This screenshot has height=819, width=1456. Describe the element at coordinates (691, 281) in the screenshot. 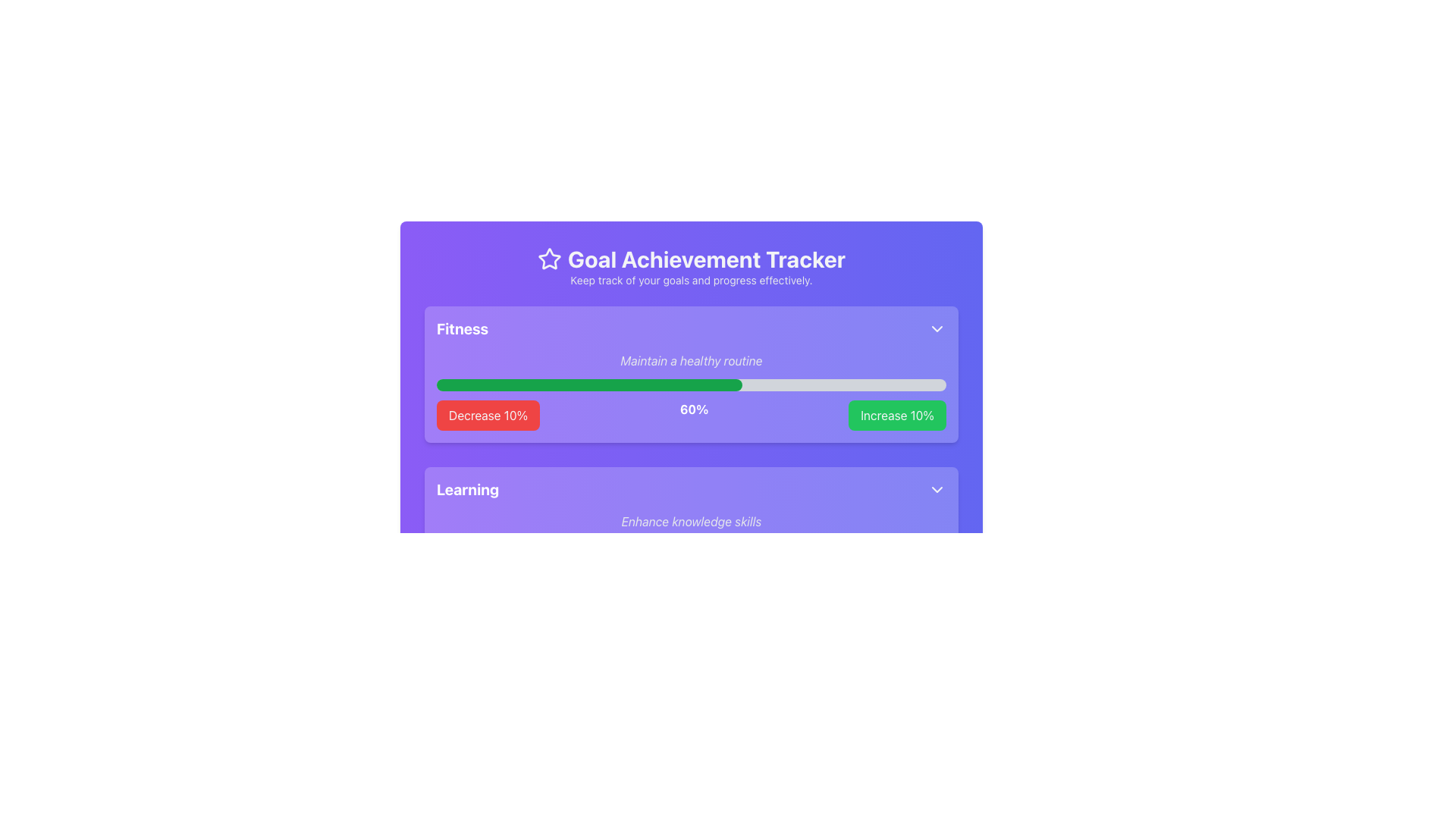

I see `the text label displaying 'Keep track of your goals and progress effectively.' which is located below the title 'Goal Achievement Tracker' on a purple background` at that location.